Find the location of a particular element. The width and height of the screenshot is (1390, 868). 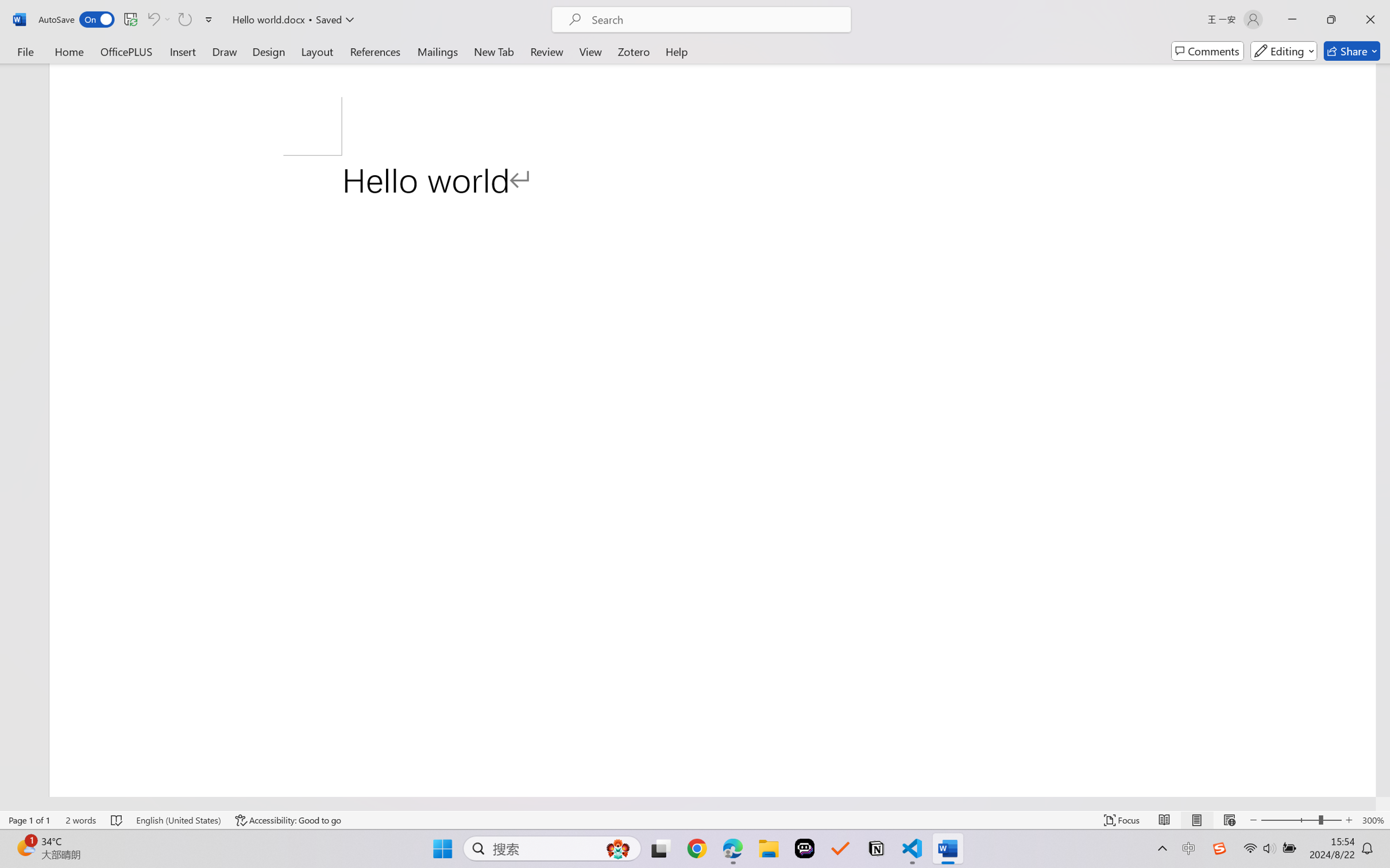

'Microsoft search' is located at coordinates (716, 19).